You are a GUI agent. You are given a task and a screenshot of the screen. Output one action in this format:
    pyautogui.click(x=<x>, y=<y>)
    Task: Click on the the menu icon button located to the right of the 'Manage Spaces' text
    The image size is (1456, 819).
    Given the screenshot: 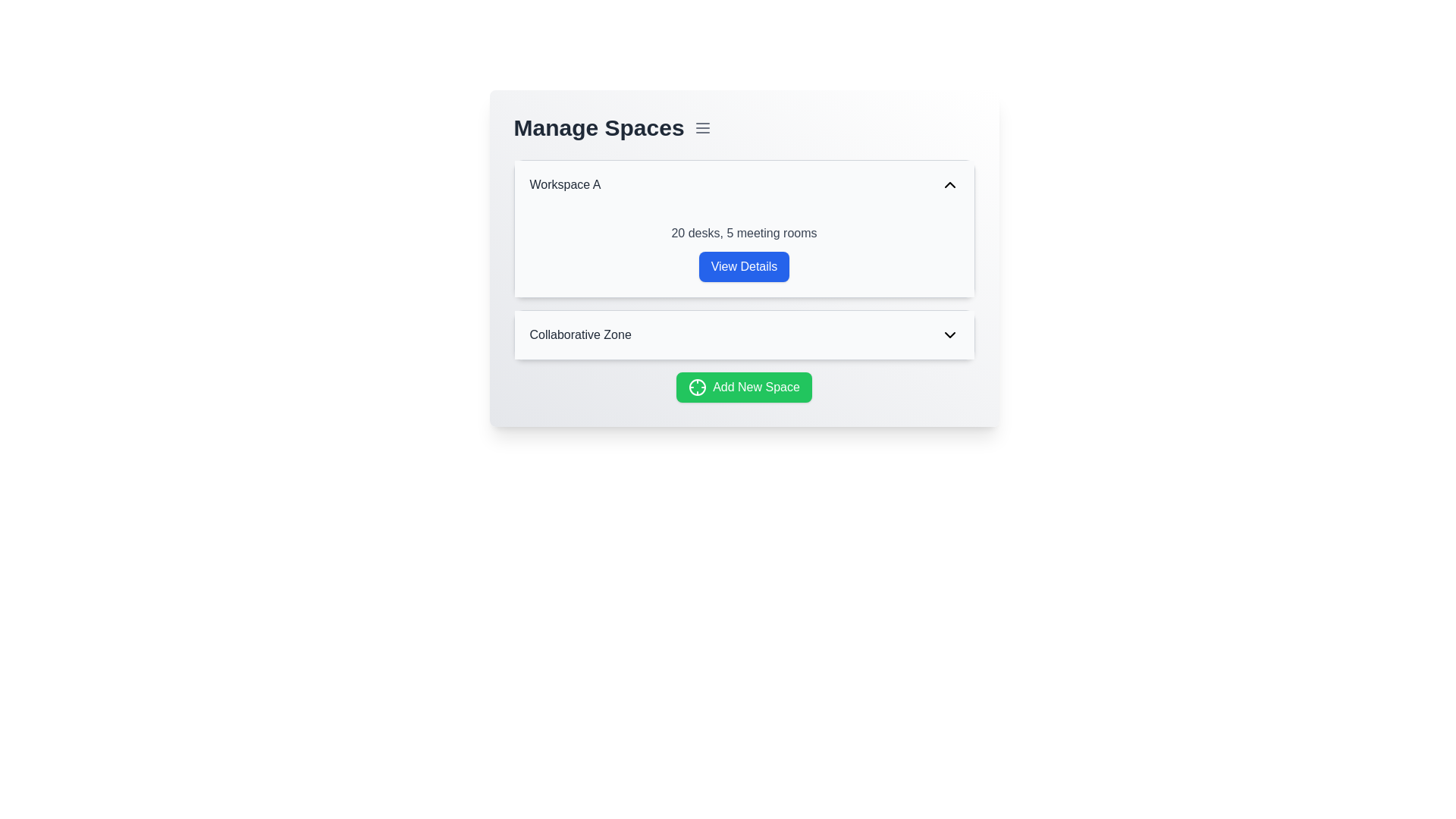 What is the action you would take?
    pyautogui.click(x=701, y=127)
    